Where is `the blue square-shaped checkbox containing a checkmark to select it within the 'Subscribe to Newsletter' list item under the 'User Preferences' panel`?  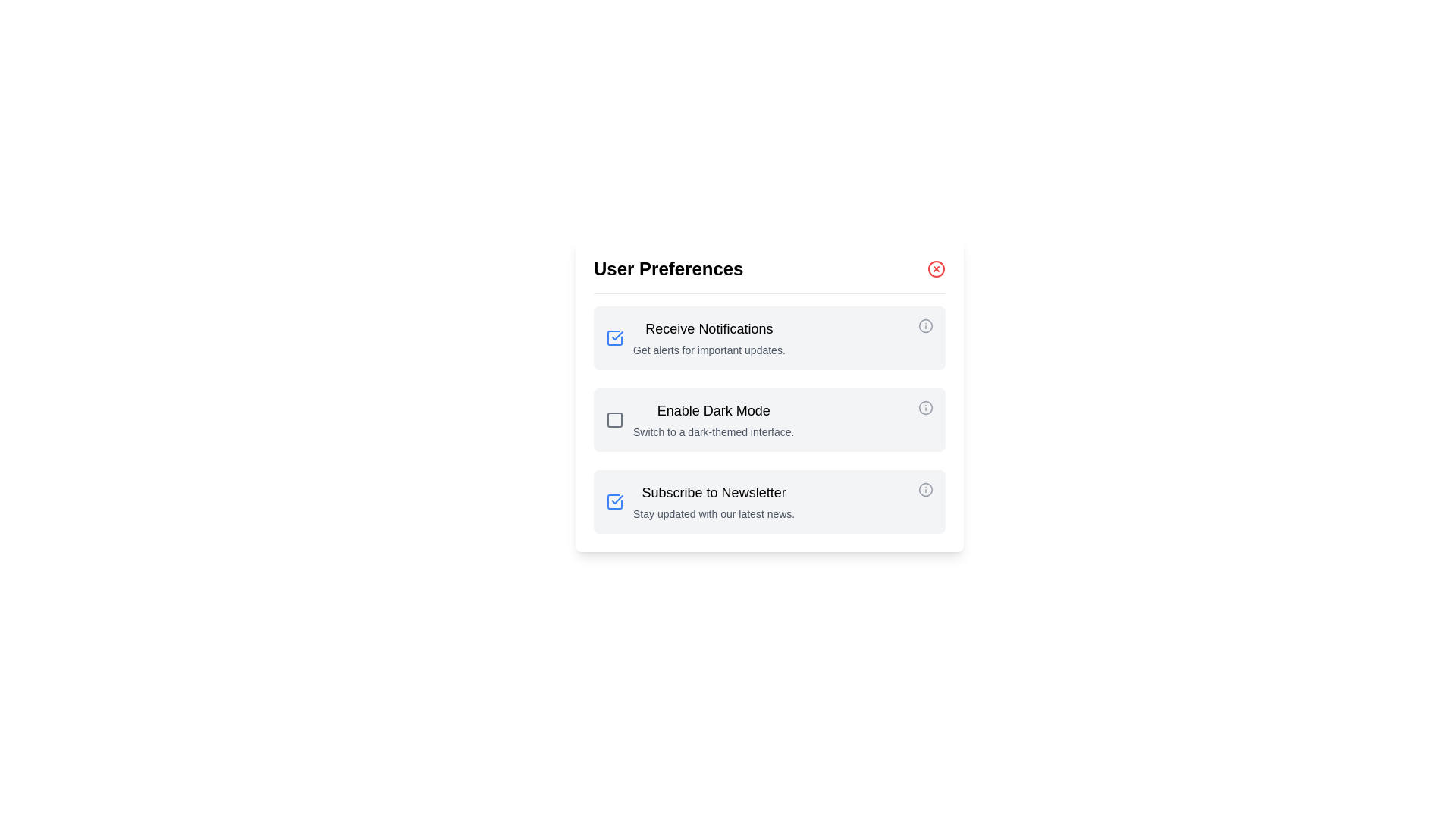
the blue square-shaped checkbox containing a checkmark to select it within the 'Subscribe to Newsletter' list item under the 'User Preferences' panel is located at coordinates (615, 502).